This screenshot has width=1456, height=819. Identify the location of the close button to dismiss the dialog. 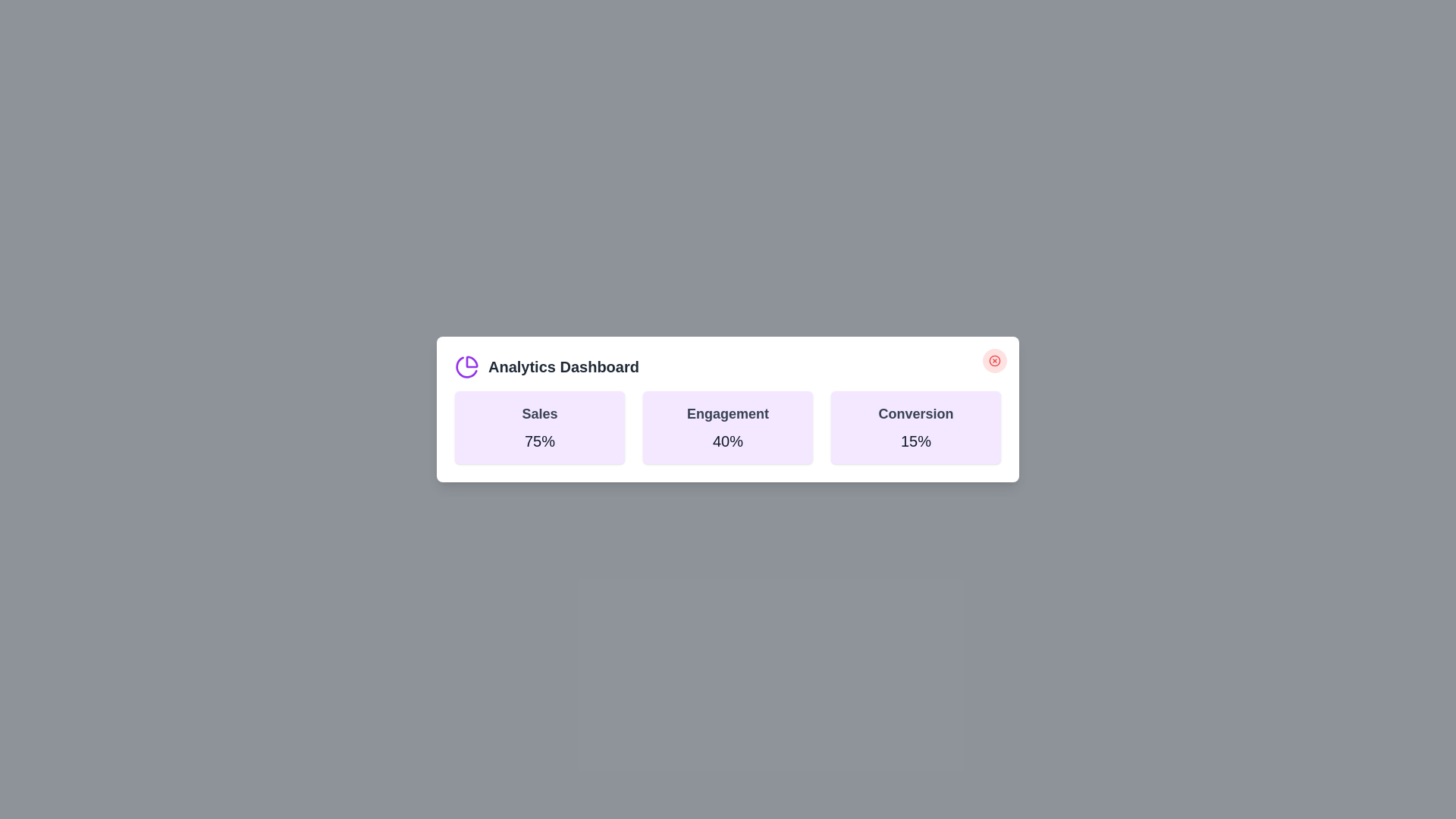
(994, 360).